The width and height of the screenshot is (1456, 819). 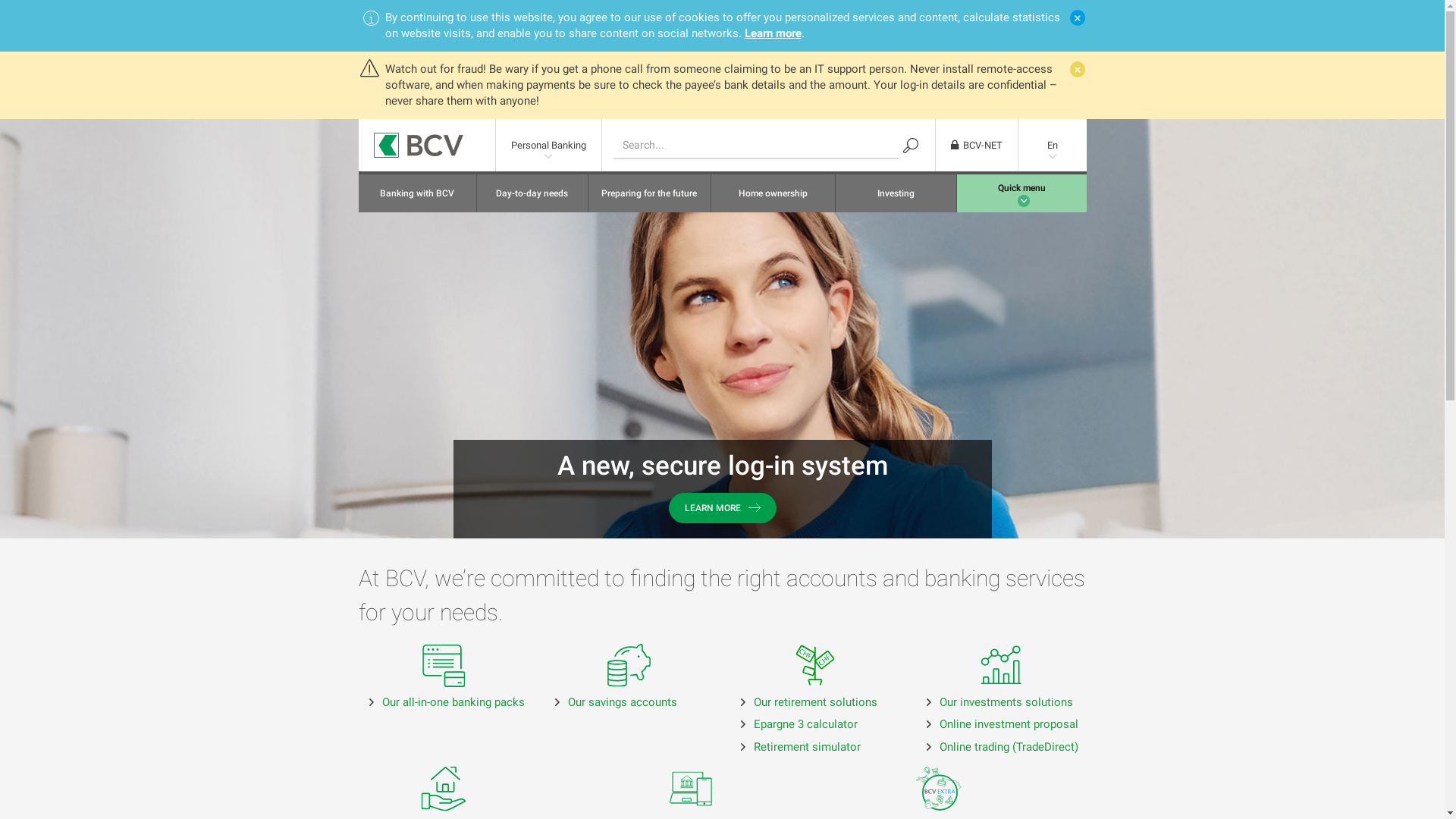 I want to click on 'Online trading (TradeDirect)', so click(x=938, y=745).